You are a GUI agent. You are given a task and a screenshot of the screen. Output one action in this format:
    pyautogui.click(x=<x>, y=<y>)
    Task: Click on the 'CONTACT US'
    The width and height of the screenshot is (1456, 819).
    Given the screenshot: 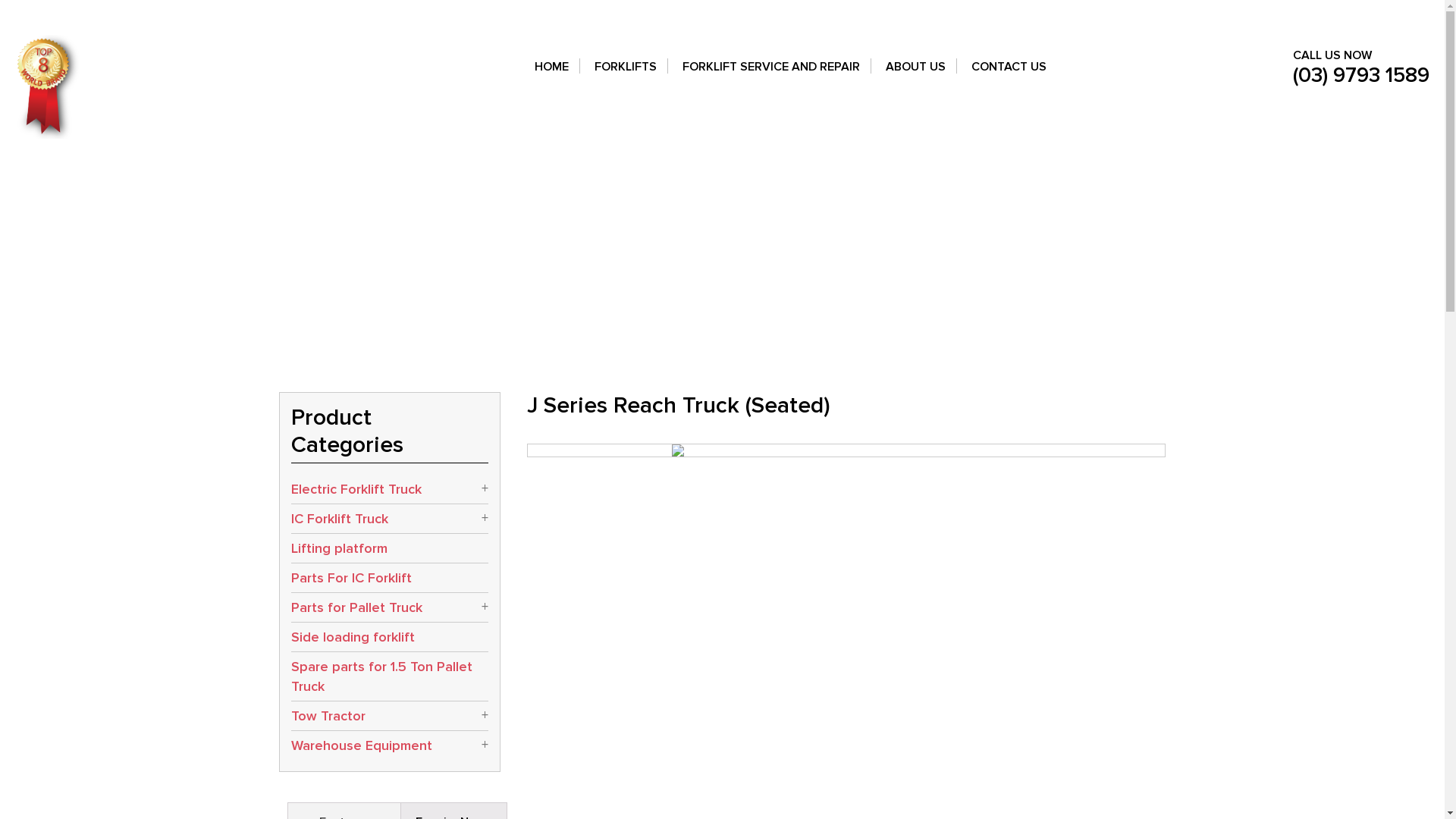 What is the action you would take?
    pyautogui.click(x=1009, y=76)
    